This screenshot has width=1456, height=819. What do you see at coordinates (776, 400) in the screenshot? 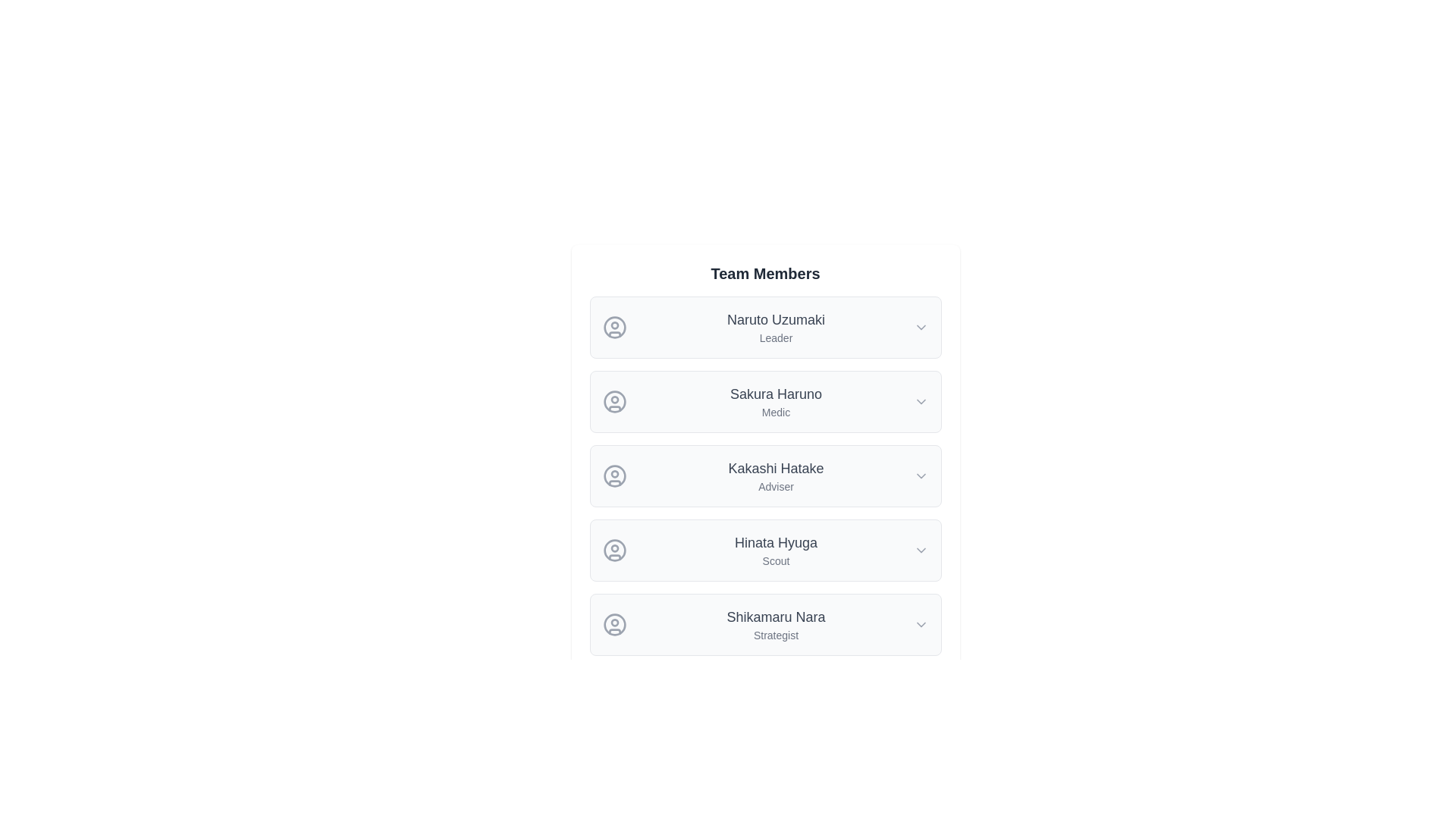
I see `the text label displaying 'Medic' which is the second item in the team member list, located below 'Naruto Uzumaki' and above 'Kakashi Hatake'` at bounding box center [776, 400].